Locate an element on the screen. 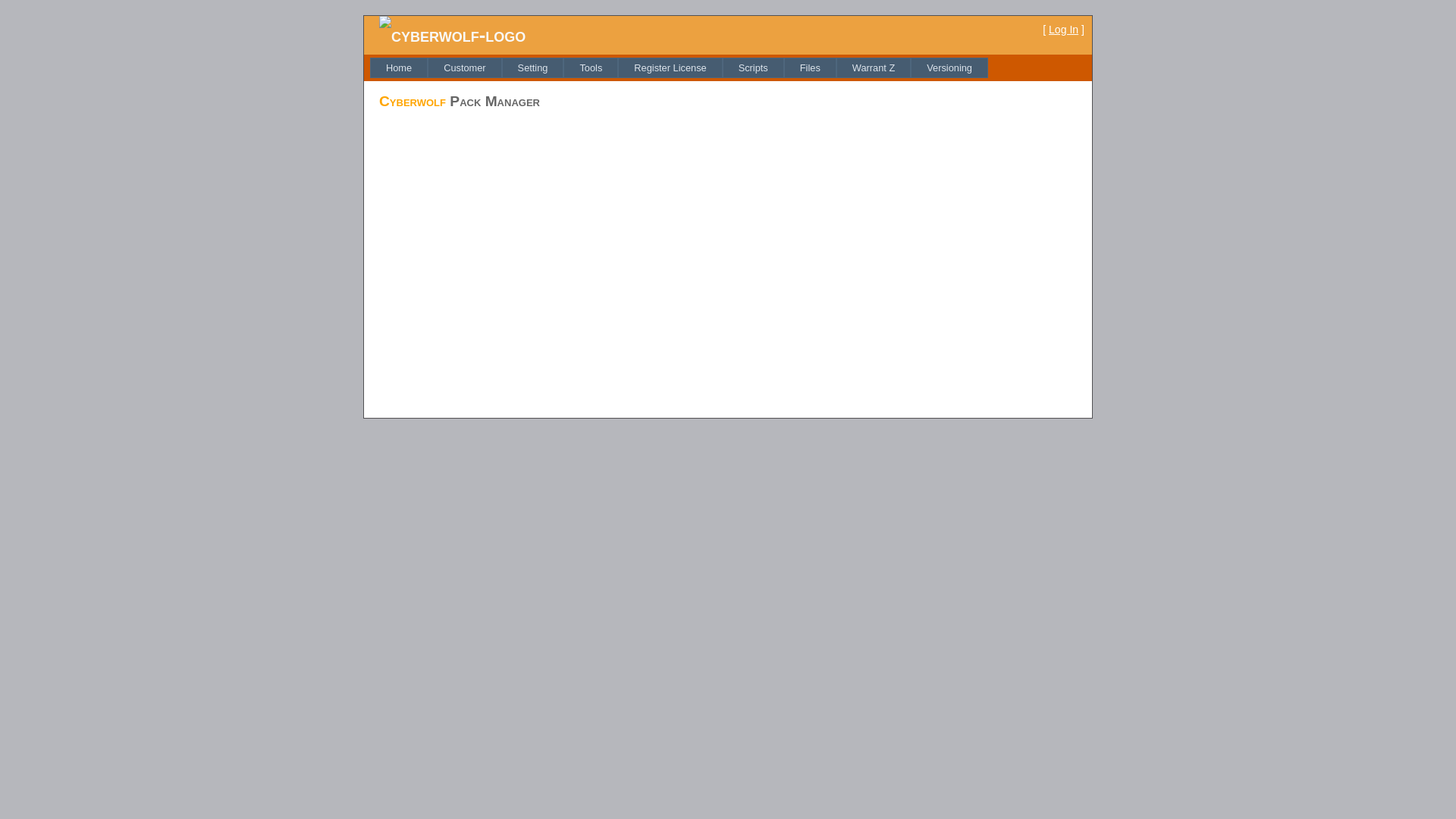 This screenshot has height=819, width=1456. 'Customer' is located at coordinates (463, 67).